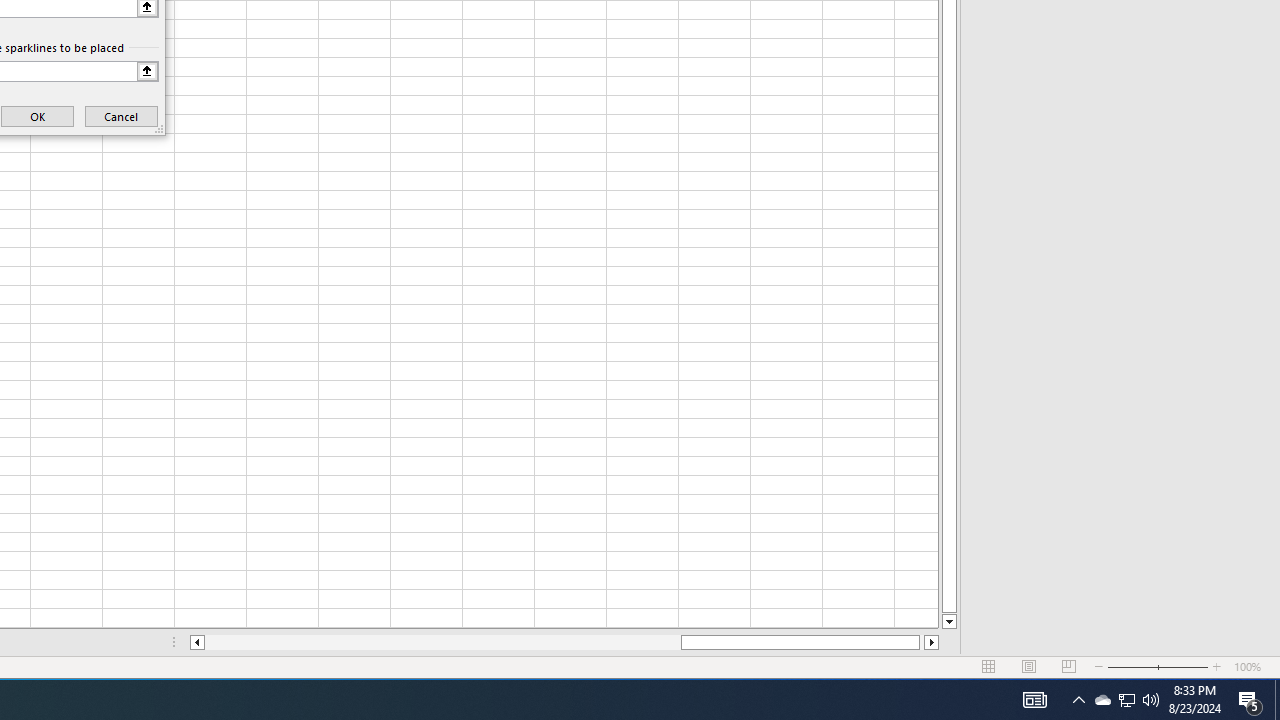  What do you see at coordinates (441, 642) in the screenshot?
I see `'Page left'` at bounding box center [441, 642].